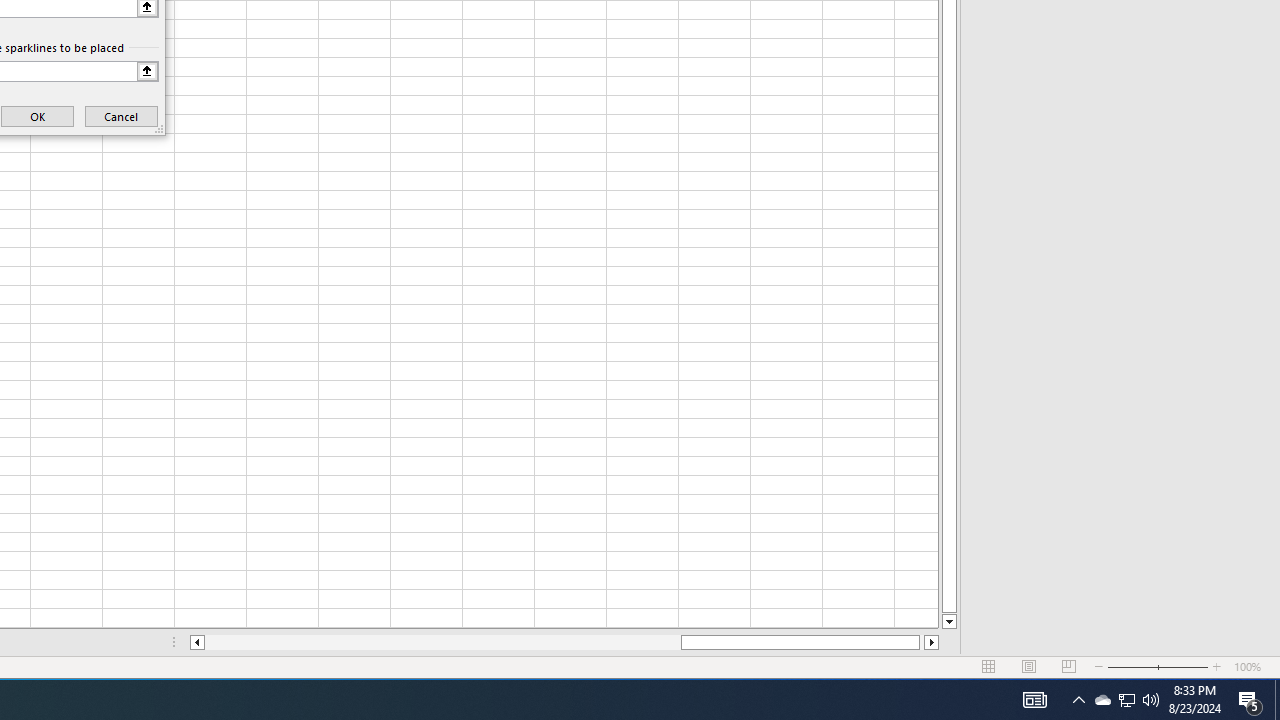  What do you see at coordinates (441, 642) in the screenshot?
I see `'Page left'` at bounding box center [441, 642].